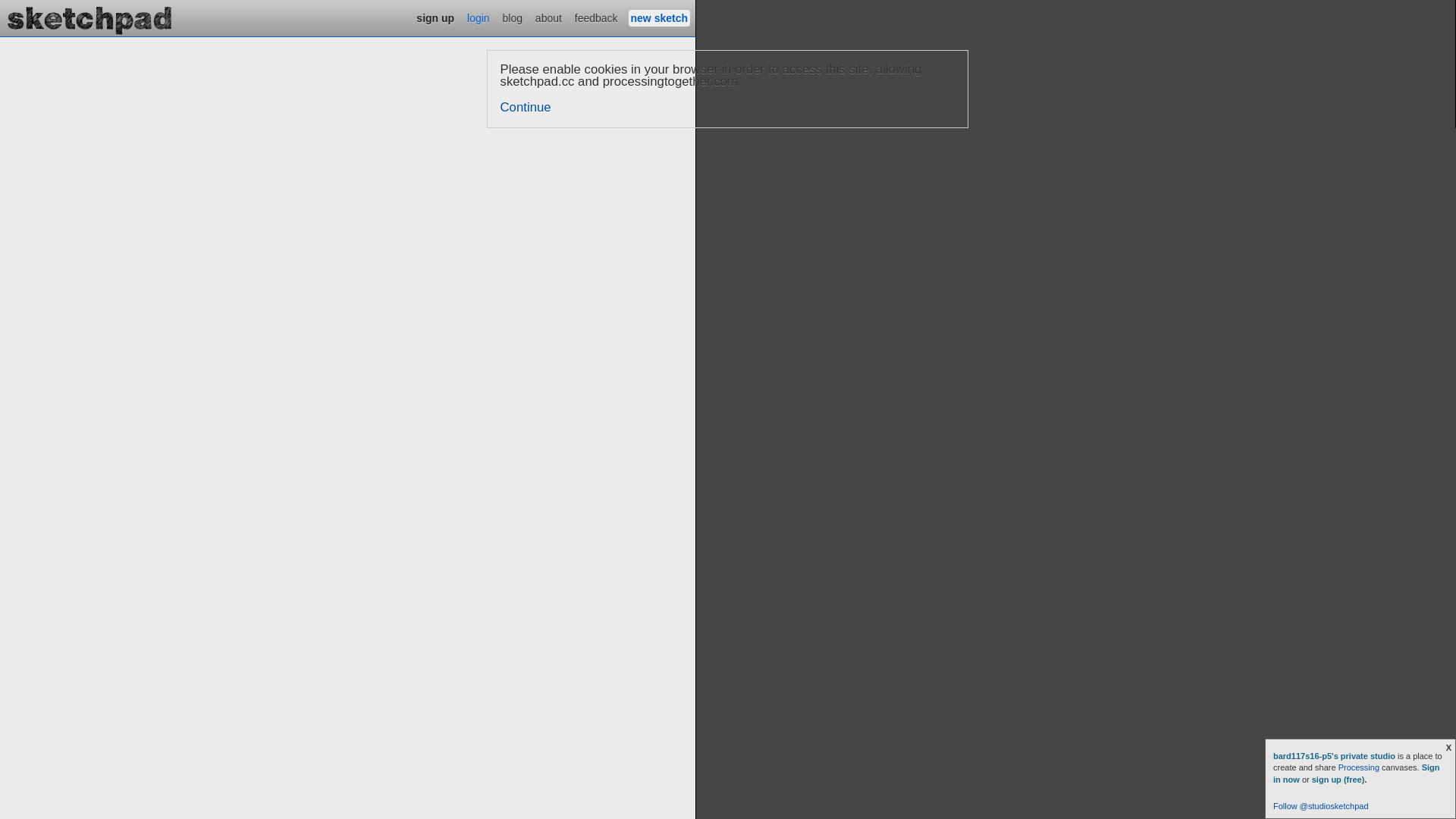  Describe the element at coordinates (435, 17) in the screenshot. I see `'sign up'` at that location.